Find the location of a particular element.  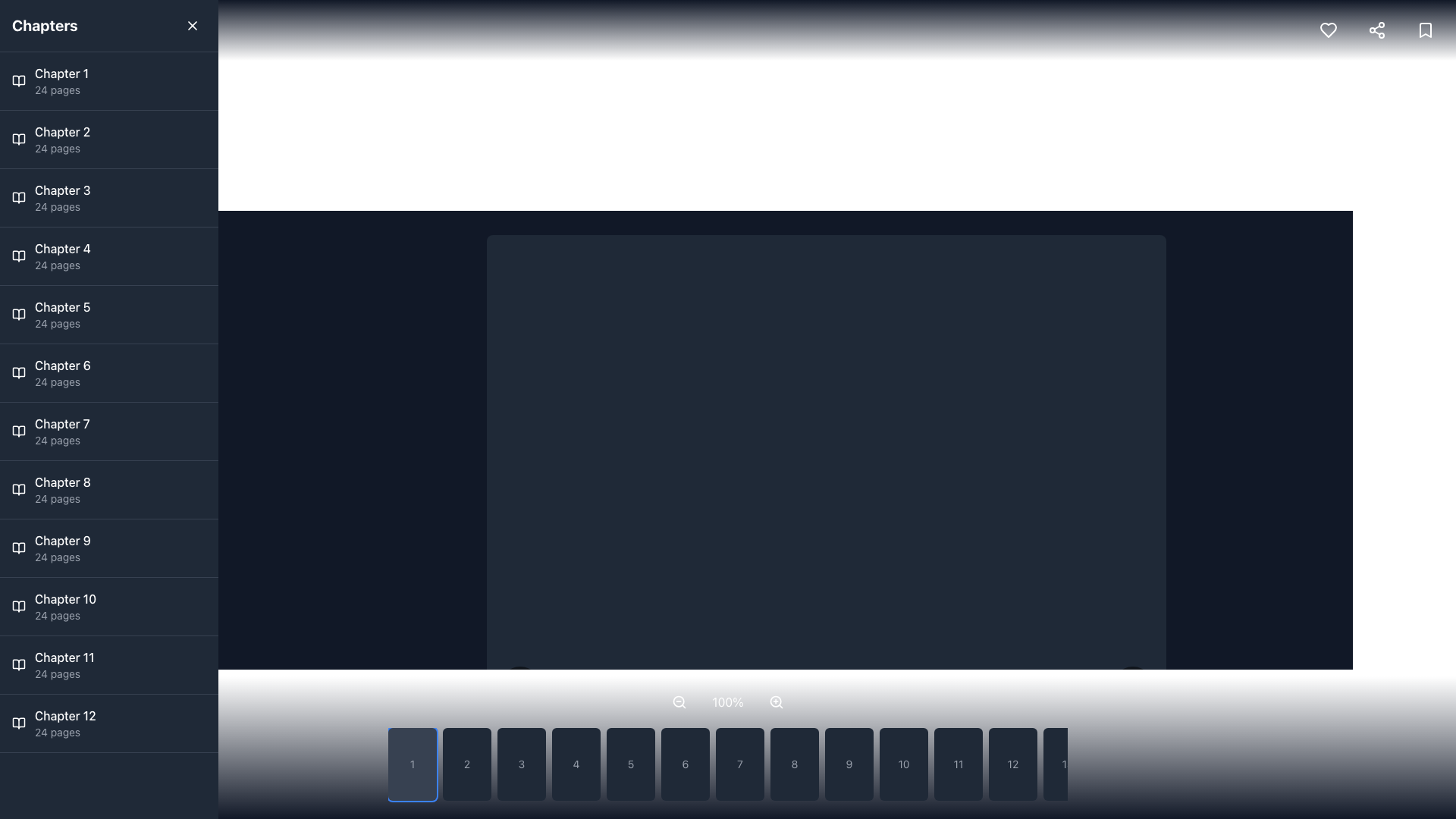

information displayed in the text label showing '24 pages' located below 'Chapter 7' in the sidebar list is located at coordinates (61, 441).